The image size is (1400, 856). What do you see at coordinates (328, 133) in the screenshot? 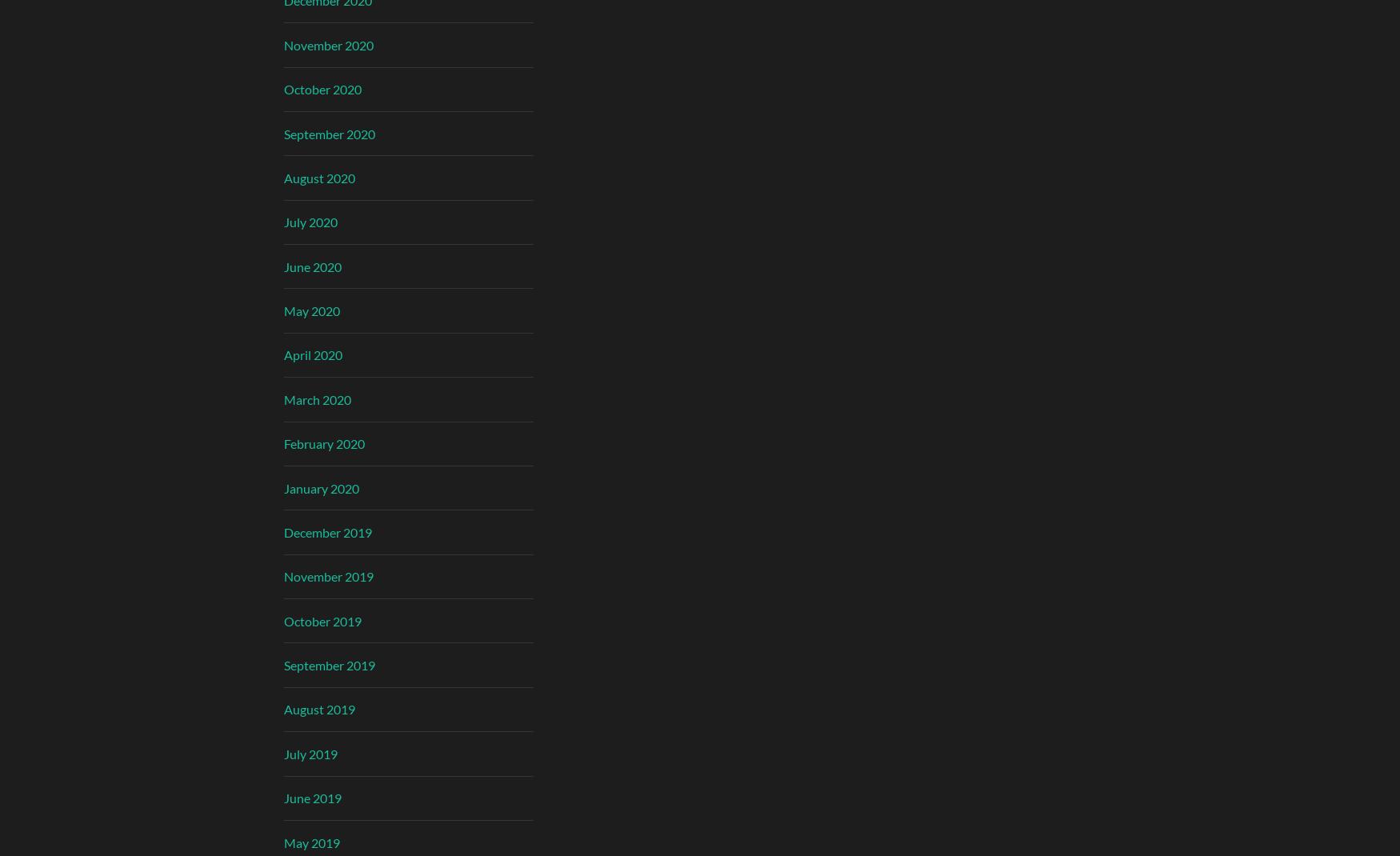
I see `'September 2020'` at bounding box center [328, 133].